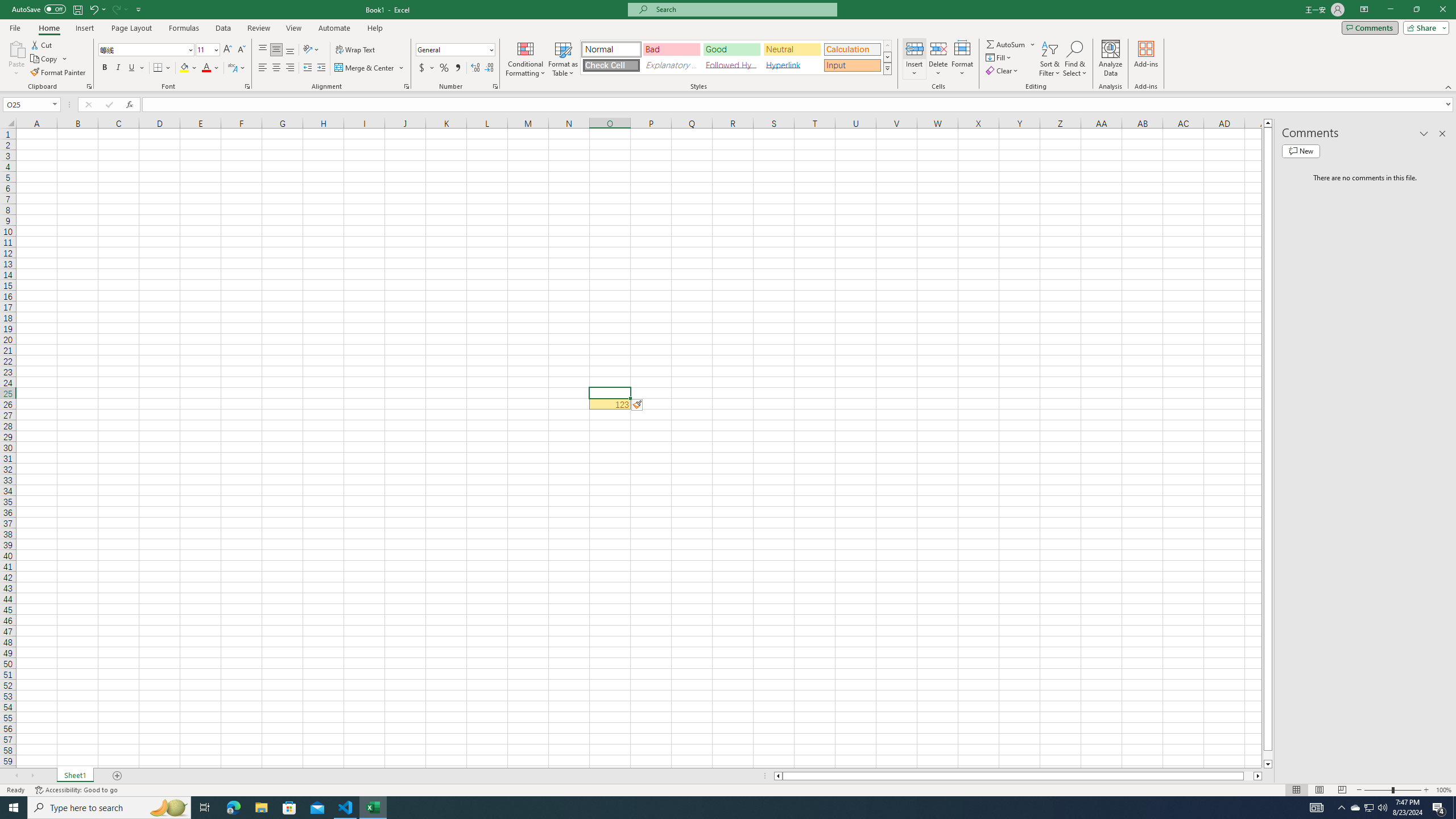 Image resolution: width=1456 pixels, height=819 pixels. I want to click on 'Copy', so click(49, 59).